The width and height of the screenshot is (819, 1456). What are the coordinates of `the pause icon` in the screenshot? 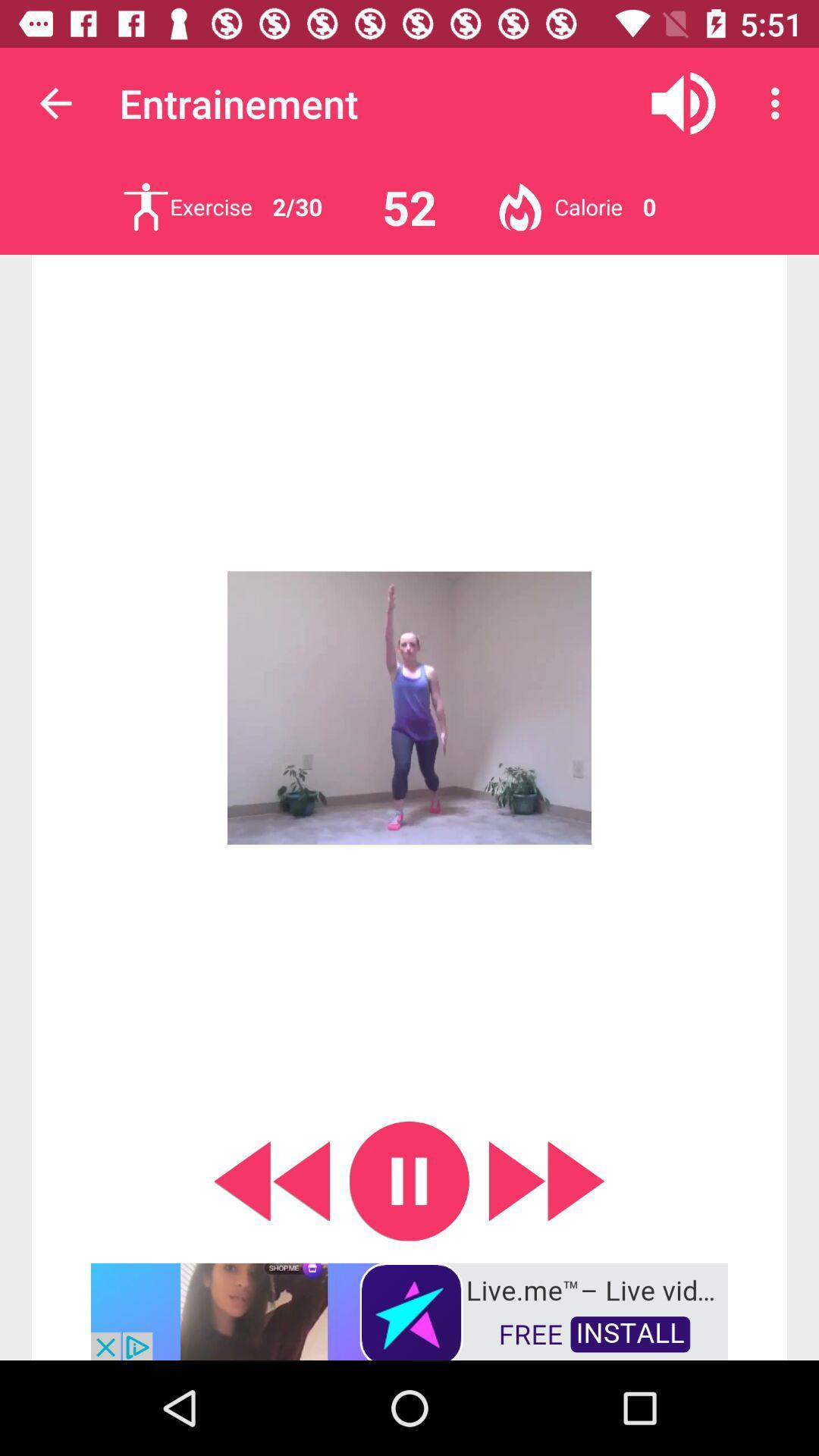 It's located at (409, 1180).